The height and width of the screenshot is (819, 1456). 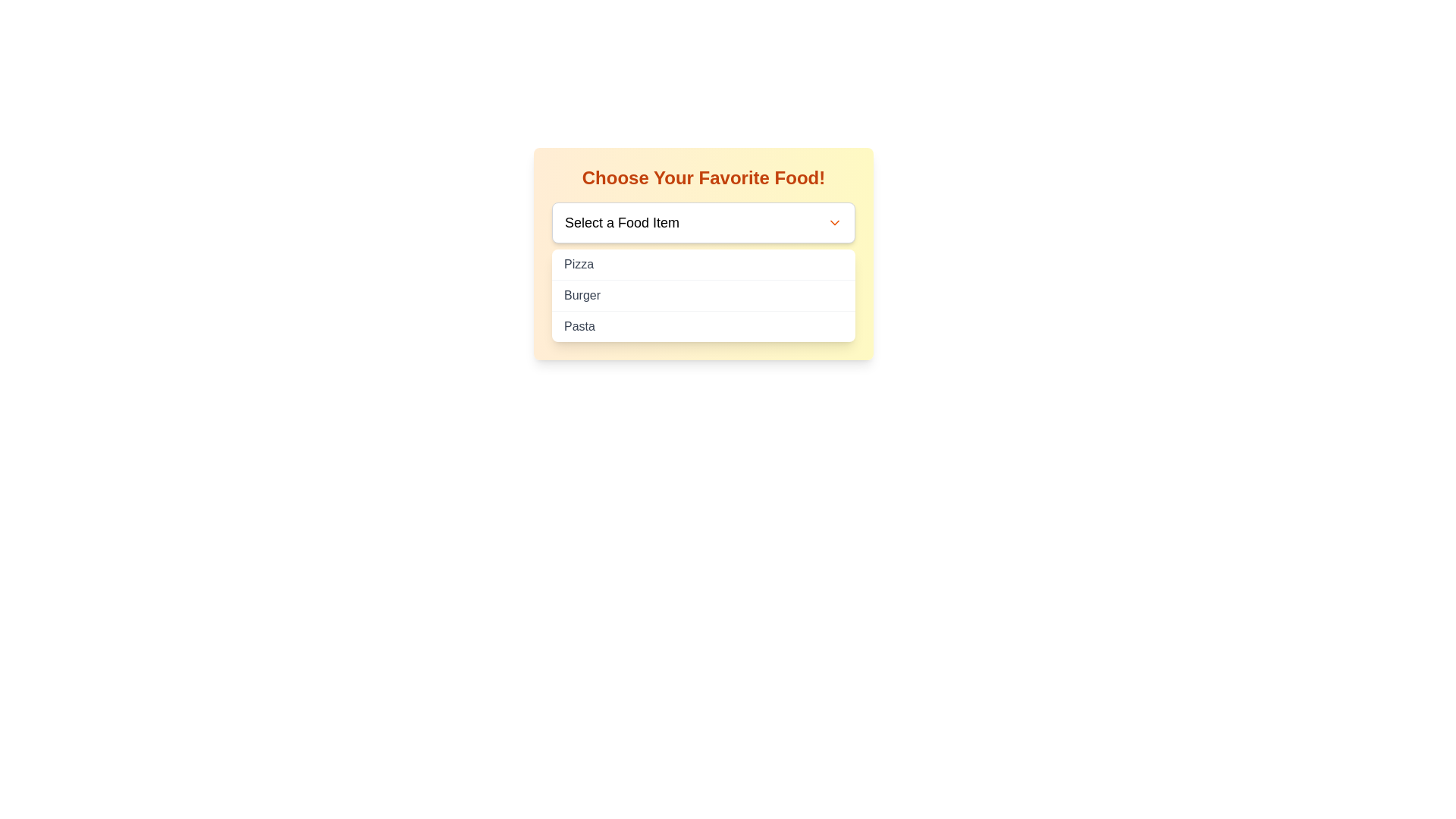 I want to click on the 'Burger' text label in the dropdown menu, so click(x=582, y=295).